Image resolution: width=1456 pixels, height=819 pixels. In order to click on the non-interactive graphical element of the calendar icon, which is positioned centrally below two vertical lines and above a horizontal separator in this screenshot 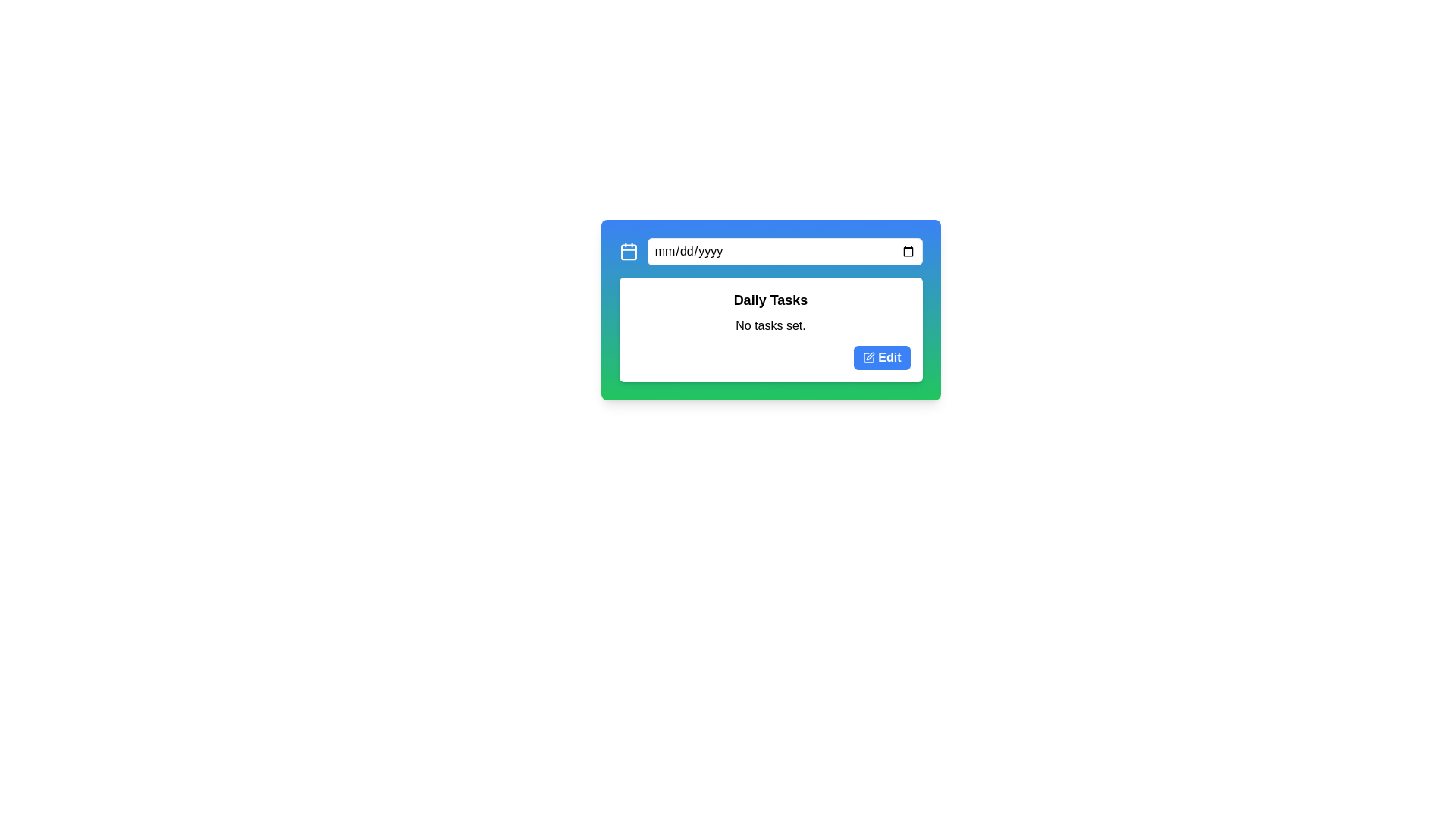, I will do `click(629, 252)`.